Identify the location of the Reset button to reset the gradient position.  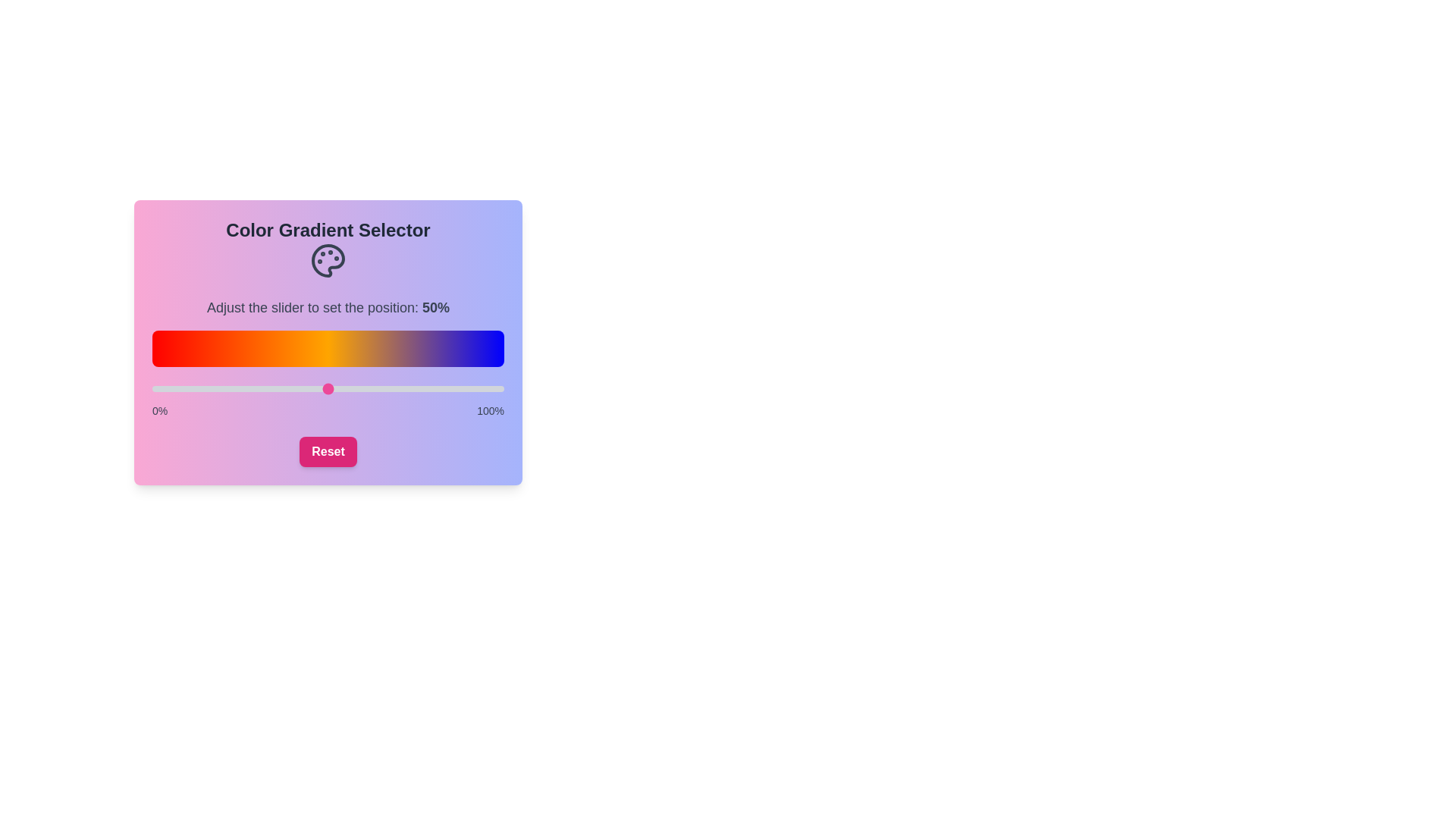
(327, 451).